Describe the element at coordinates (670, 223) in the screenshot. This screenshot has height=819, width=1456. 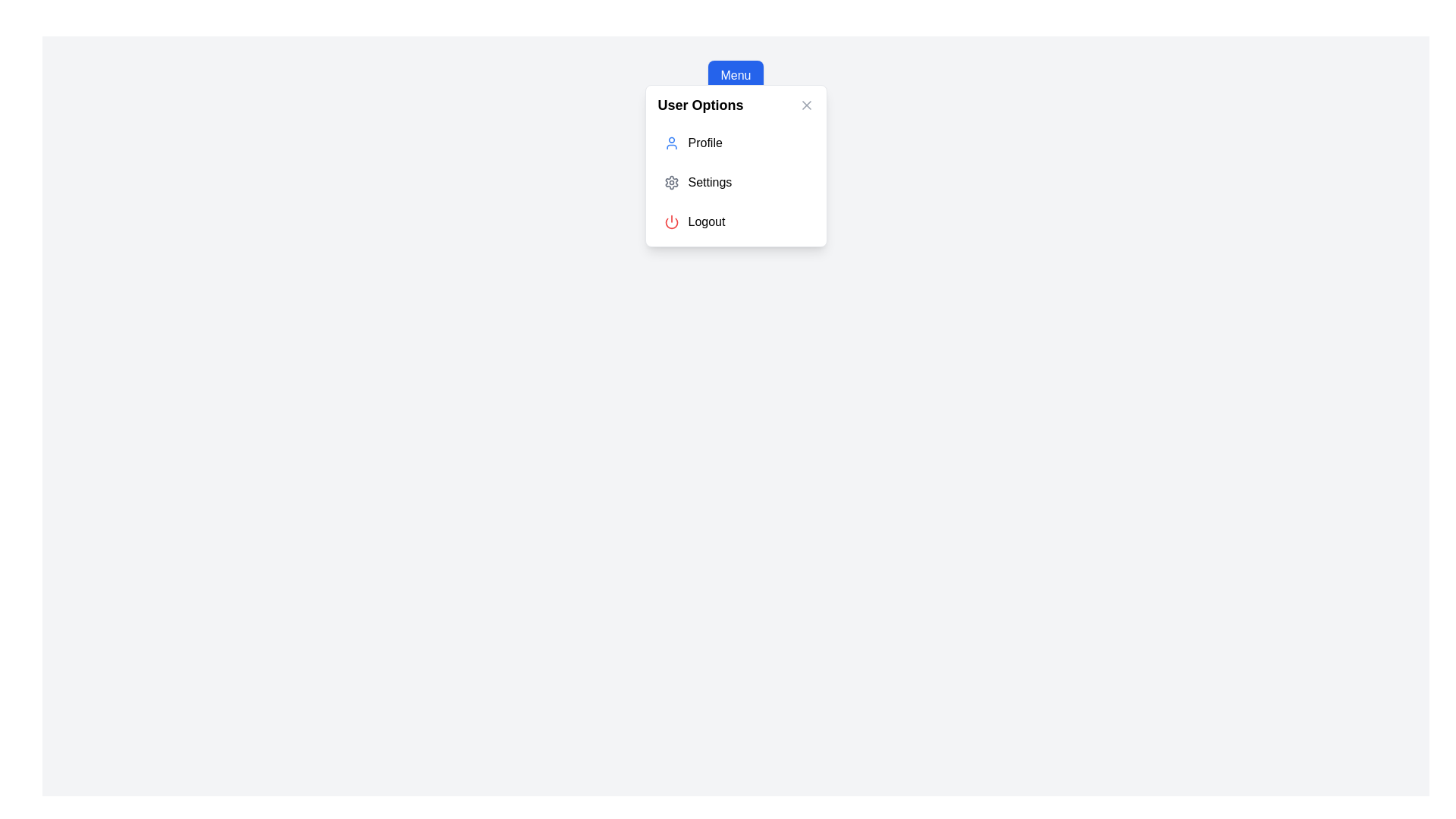
I see `the lower part of the SVG power button icon, which is circular and styled in red` at that location.